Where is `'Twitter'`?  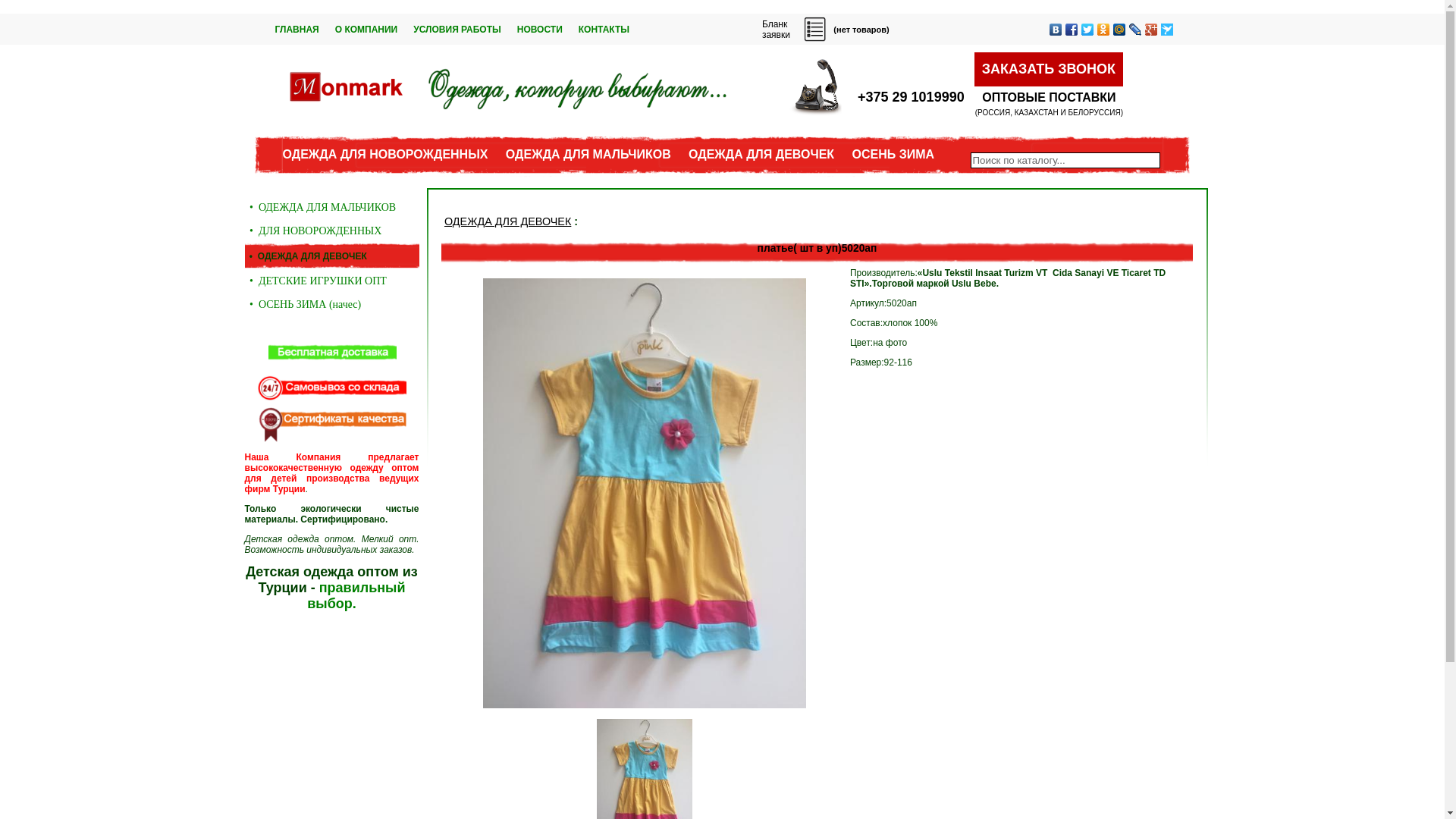 'Twitter' is located at coordinates (1087, 29).